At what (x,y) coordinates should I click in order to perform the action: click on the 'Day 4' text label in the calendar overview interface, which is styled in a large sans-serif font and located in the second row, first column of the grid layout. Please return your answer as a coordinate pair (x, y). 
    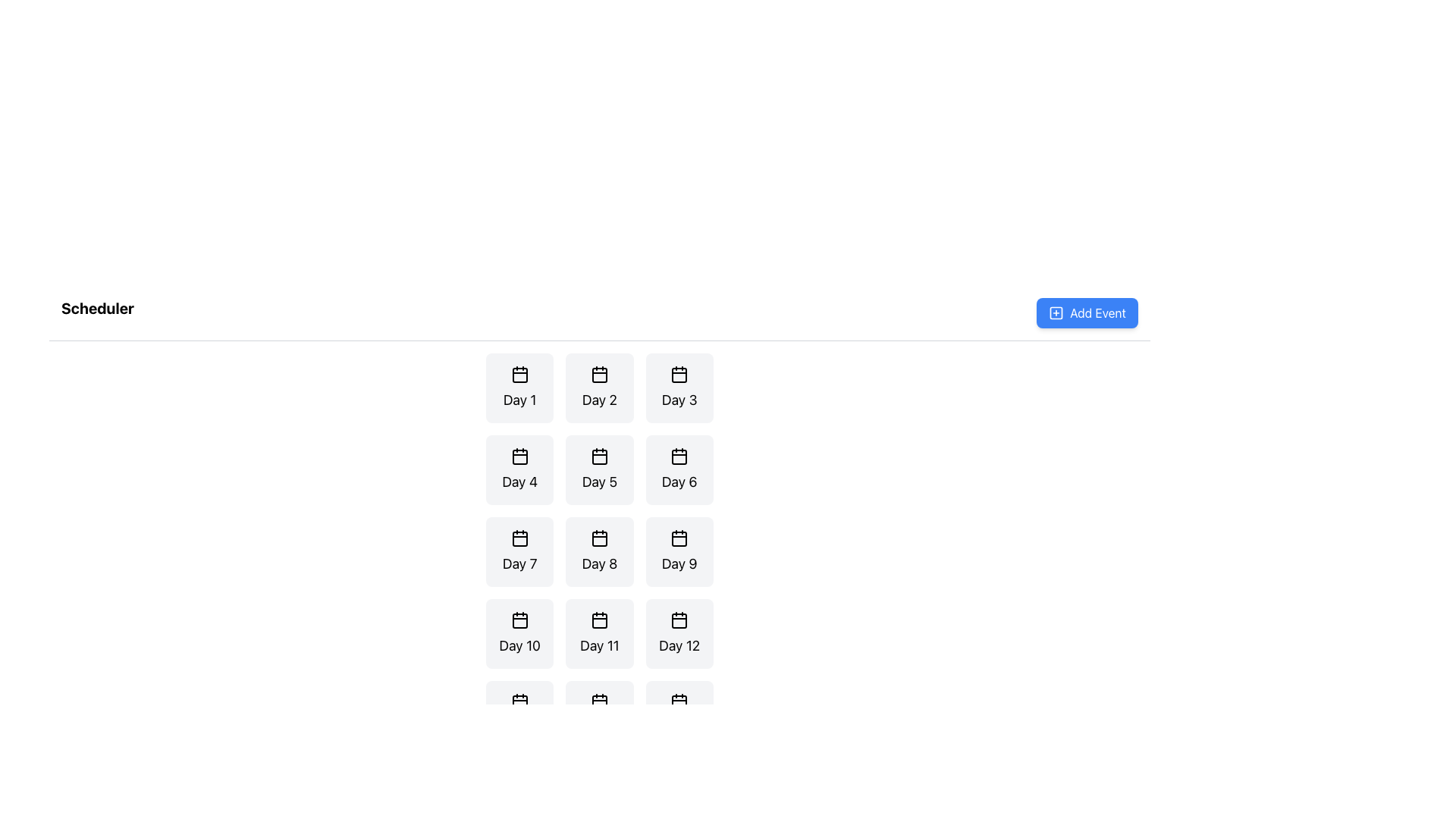
    Looking at the image, I should click on (519, 482).